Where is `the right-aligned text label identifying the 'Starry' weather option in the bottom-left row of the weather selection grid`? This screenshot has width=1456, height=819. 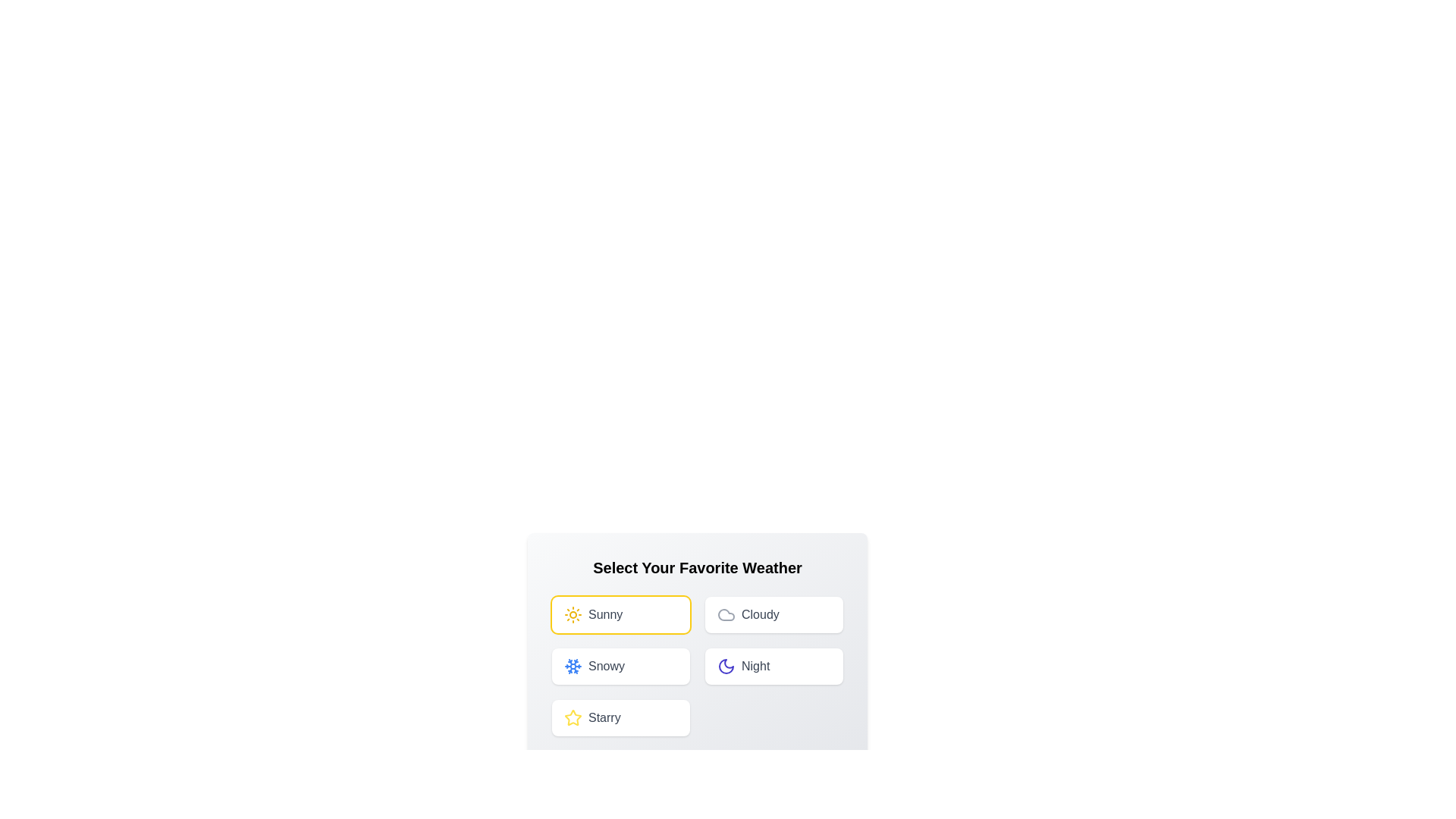
the right-aligned text label identifying the 'Starry' weather option in the bottom-left row of the weather selection grid is located at coordinates (604, 717).